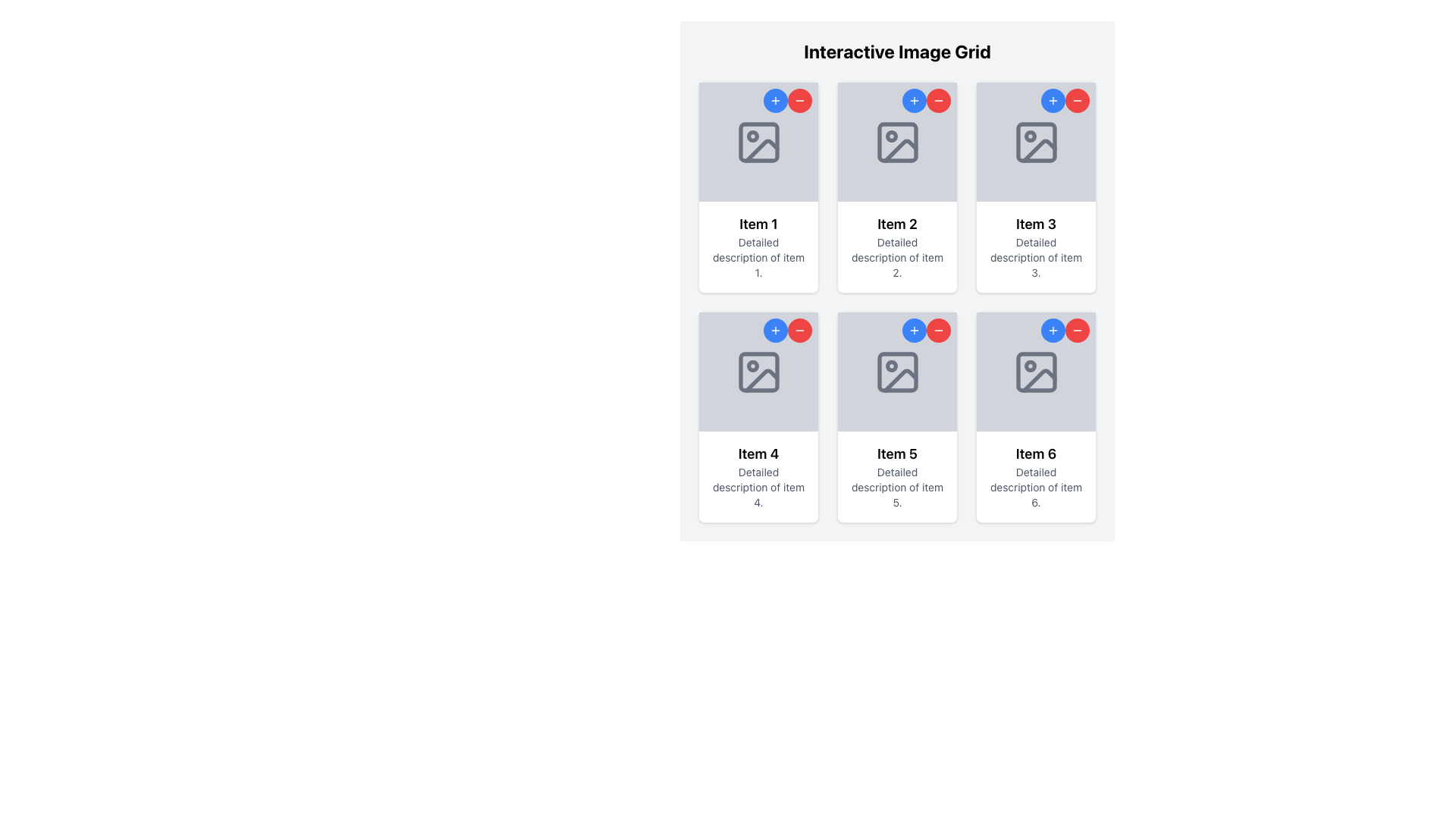 Image resolution: width=1456 pixels, height=819 pixels. What do you see at coordinates (758, 256) in the screenshot?
I see `the text element displaying 'Detailed description of item 1.' located below the headline 'Item 1' in the first card of a 3x2 grid` at bounding box center [758, 256].